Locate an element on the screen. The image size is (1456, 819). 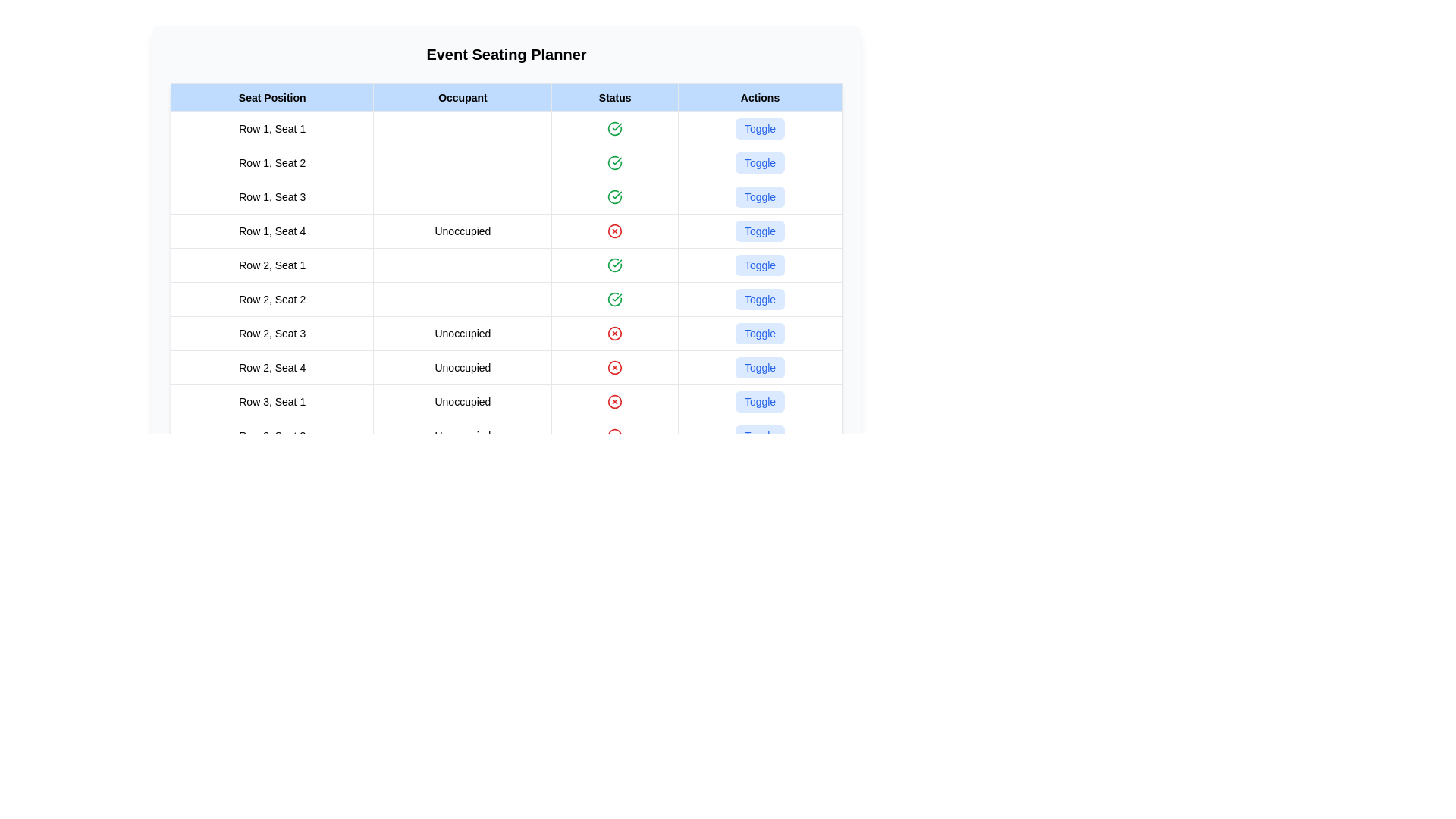
the static text element displaying 'Row 1, Seat 1' within the table cell located in the 'Seat Position' column is located at coordinates (272, 127).